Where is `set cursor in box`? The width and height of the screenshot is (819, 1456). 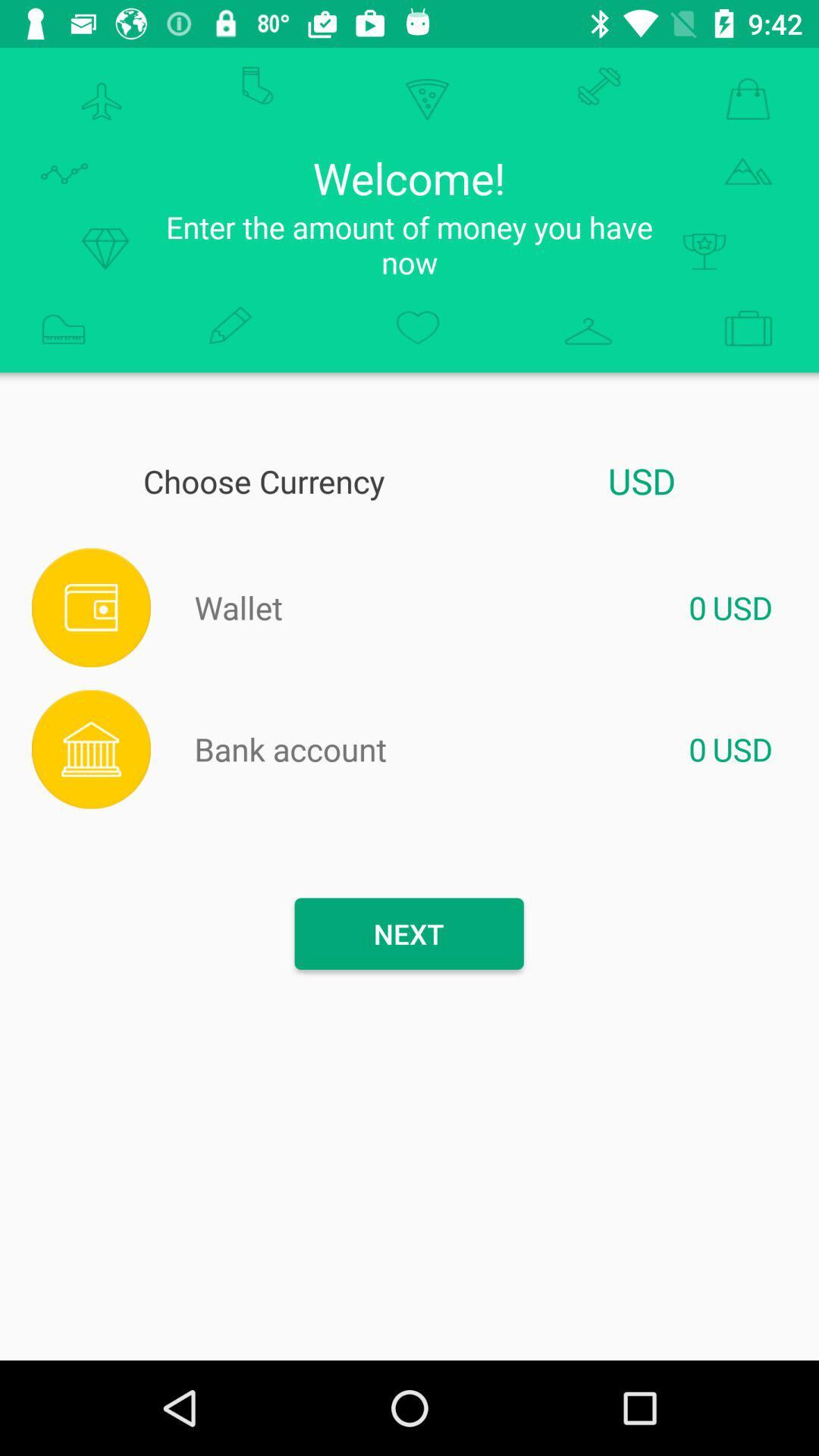
set cursor in box is located at coordinates (494, 607).